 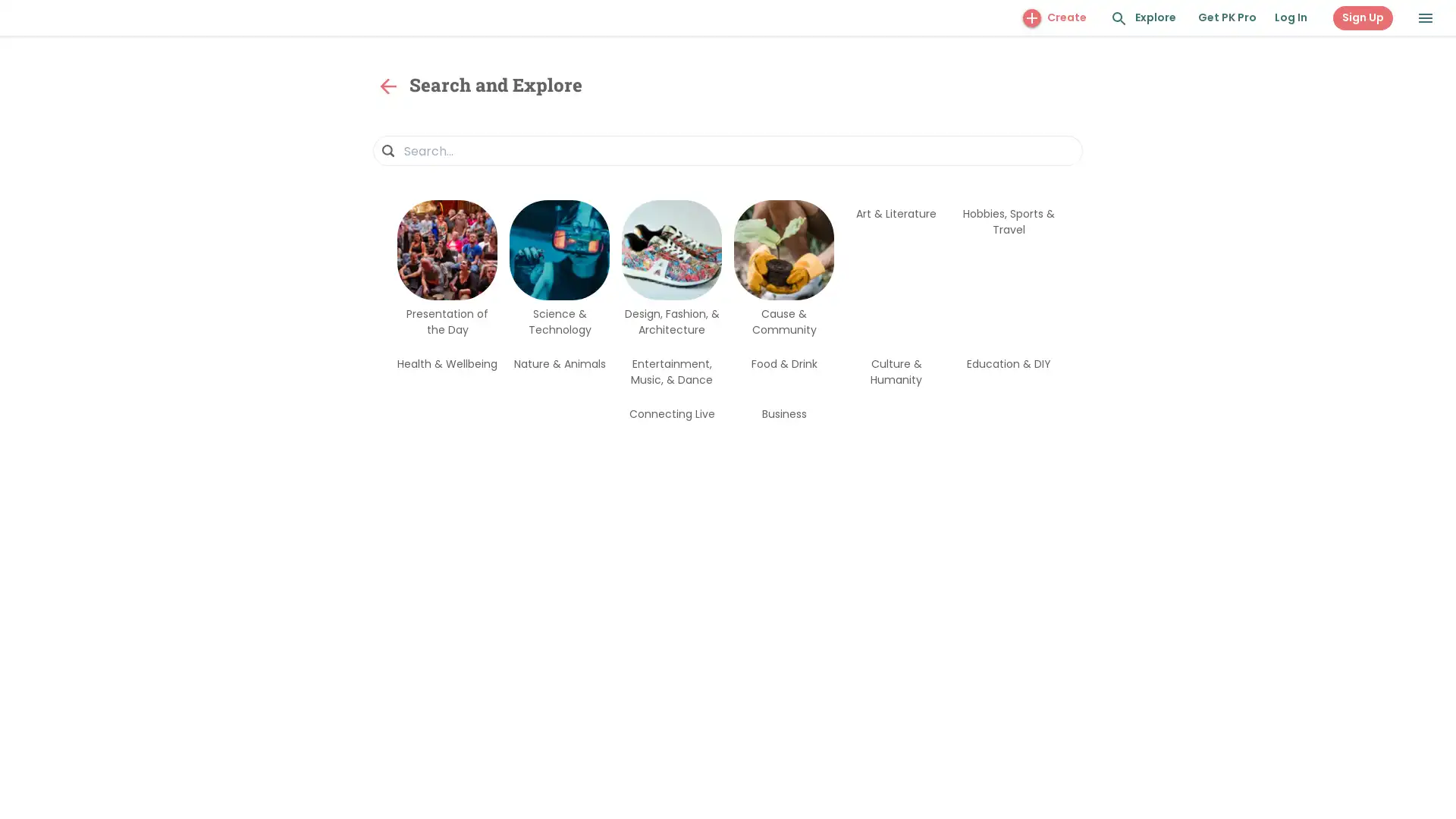 What do you see at coordinates (1363, 17) in the screenshot?
I see `Sign Up` at bounding box center [1363, 17].